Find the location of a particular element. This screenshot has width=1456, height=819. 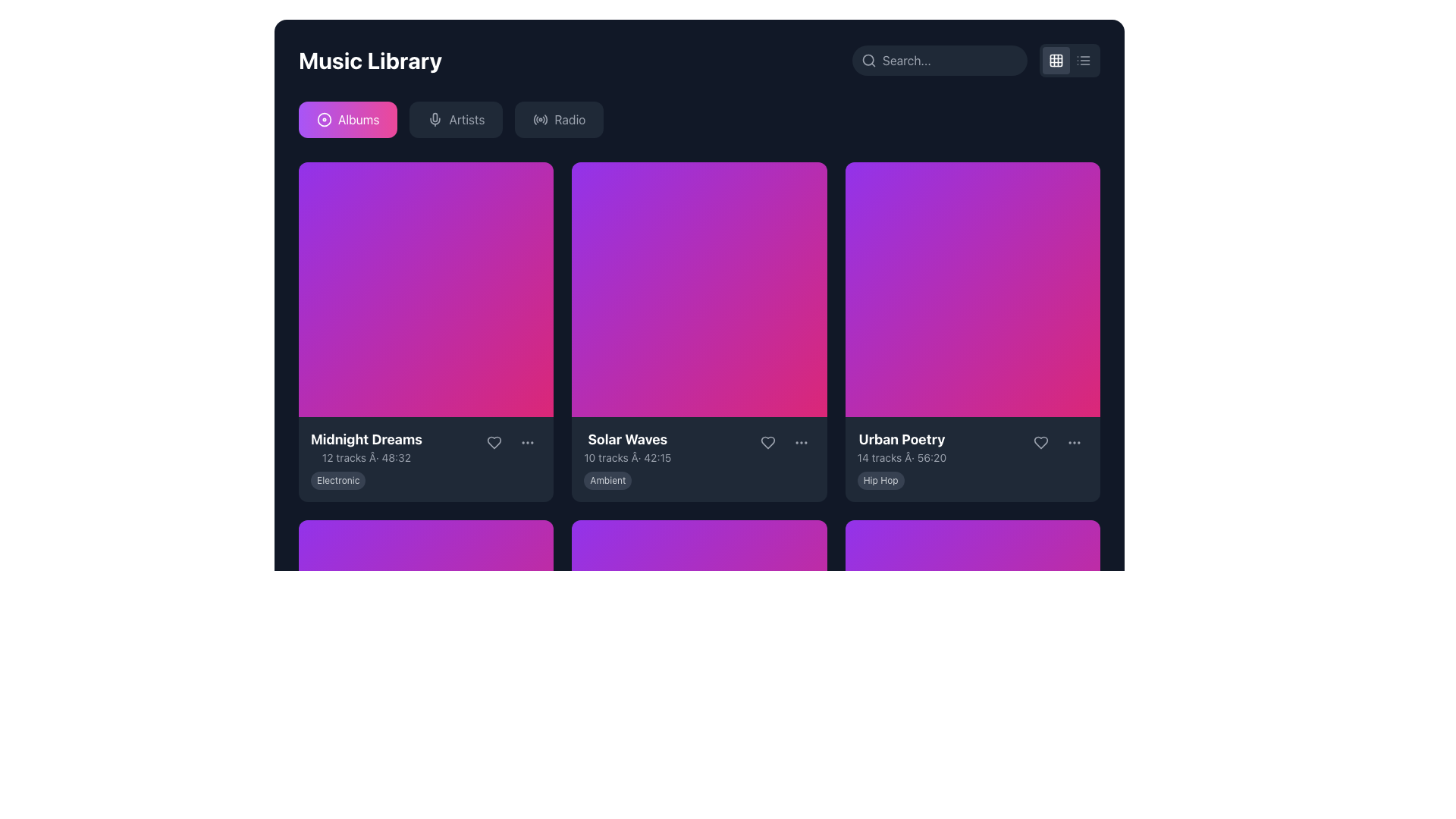

on the SVG Circle element that is the outer part of the disc icon within the 'Albums' button, which has a pink rectangular shape with rounded edges is located at coordinates (323, 119).